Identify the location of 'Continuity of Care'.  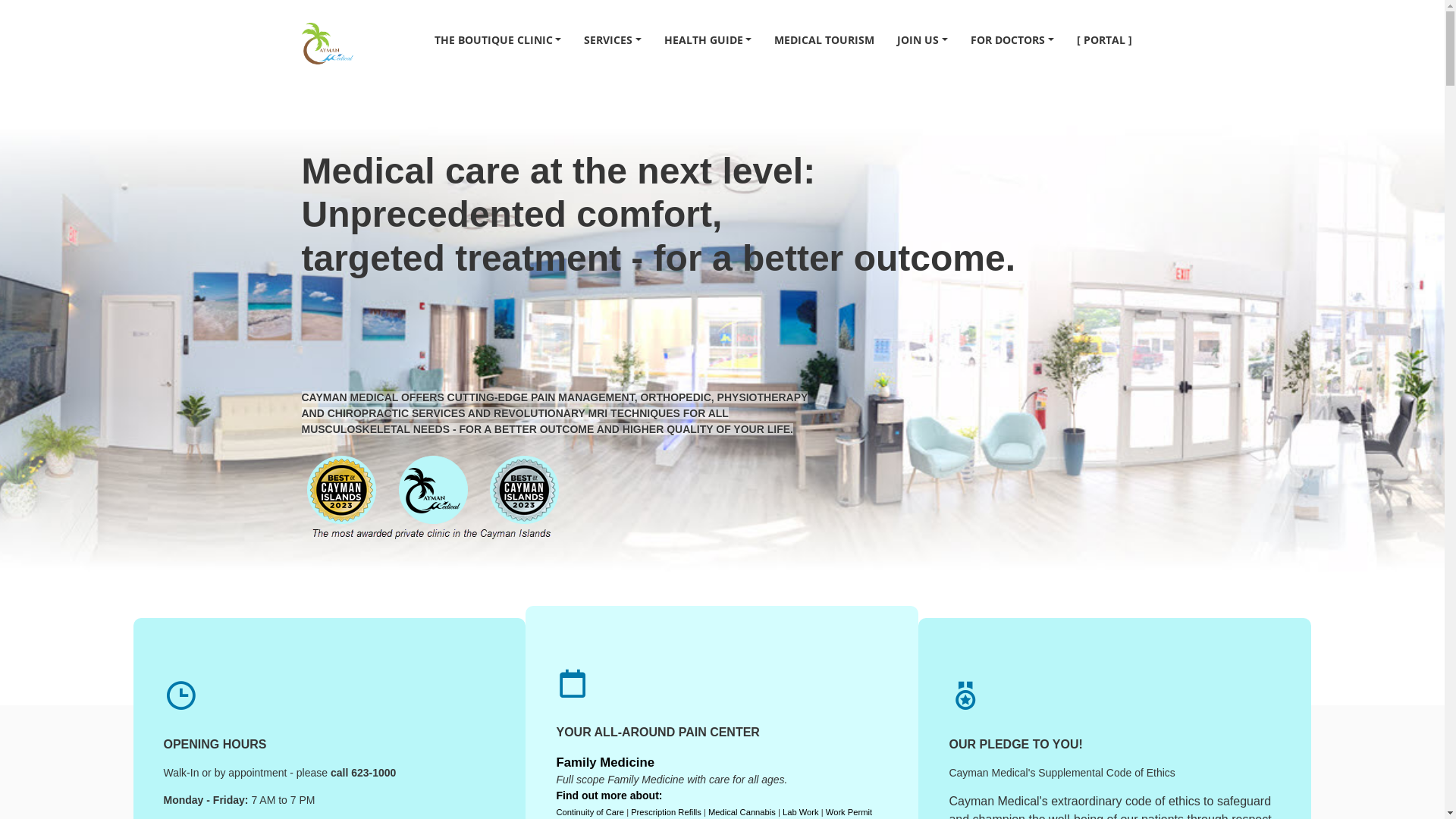
(588, 811).